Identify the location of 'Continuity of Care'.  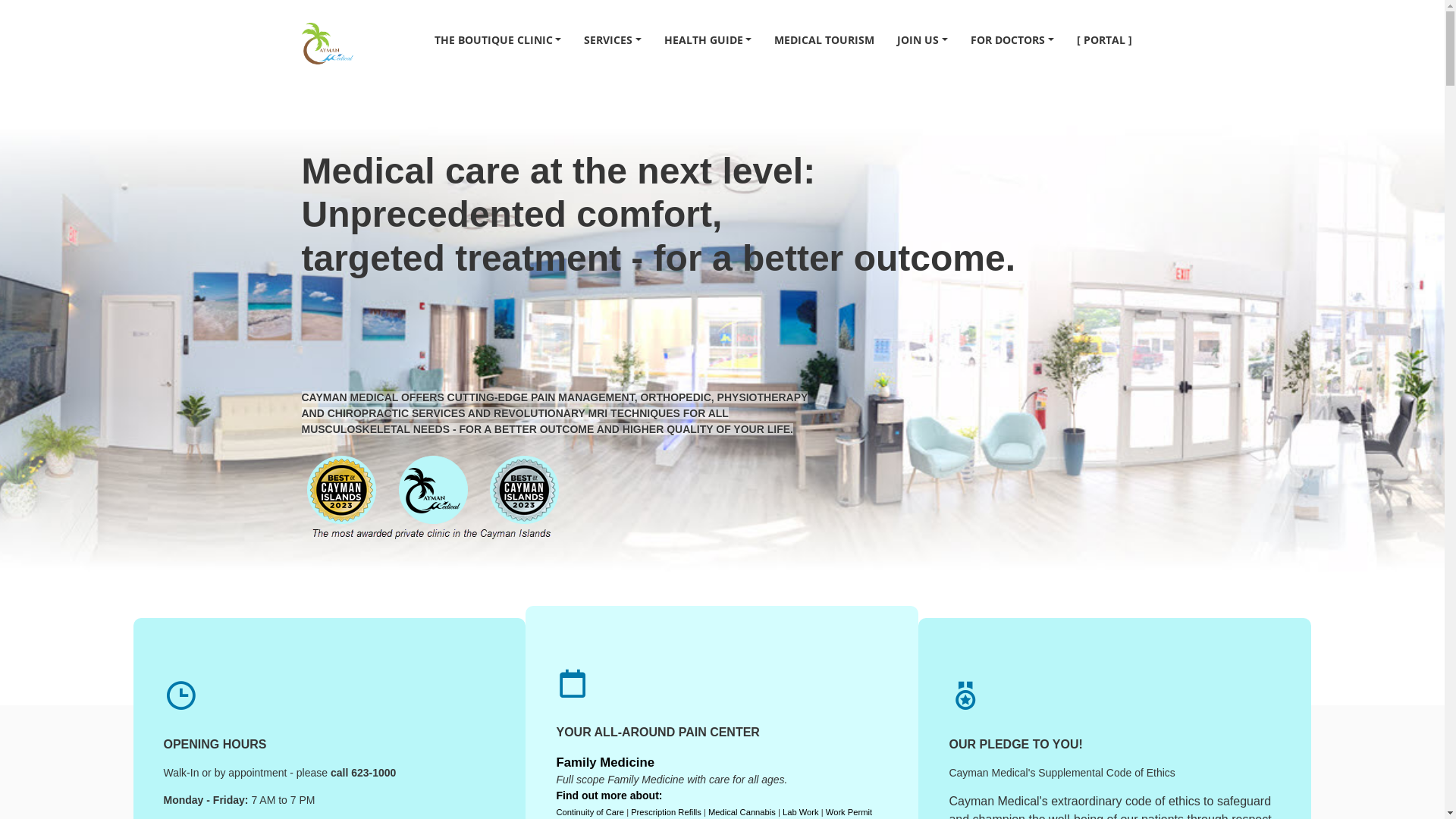
(588, 811).